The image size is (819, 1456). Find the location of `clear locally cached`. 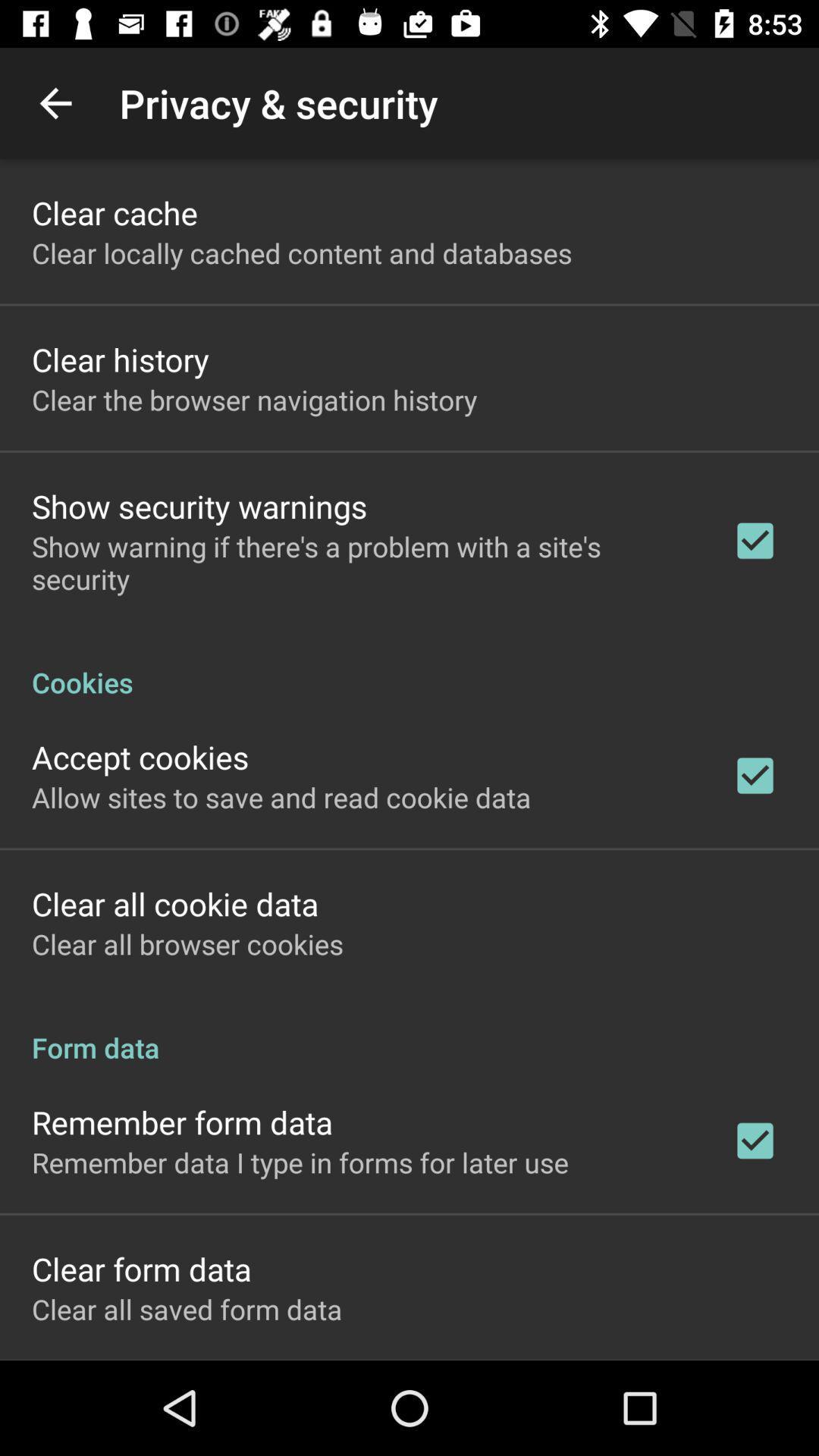

clear locally cached is located at coordinates (302, 253).